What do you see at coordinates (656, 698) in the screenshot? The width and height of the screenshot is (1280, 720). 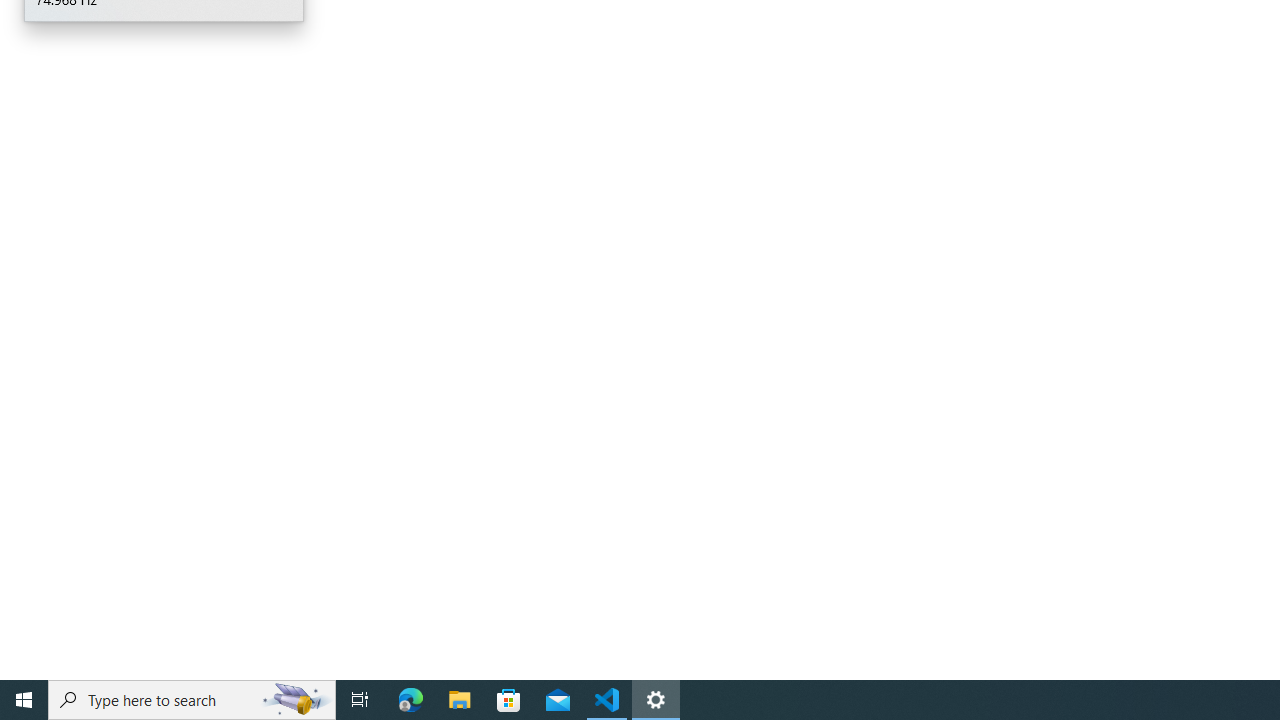 I see `'Settings - 1 running window'` at bounding box center [656, 698].